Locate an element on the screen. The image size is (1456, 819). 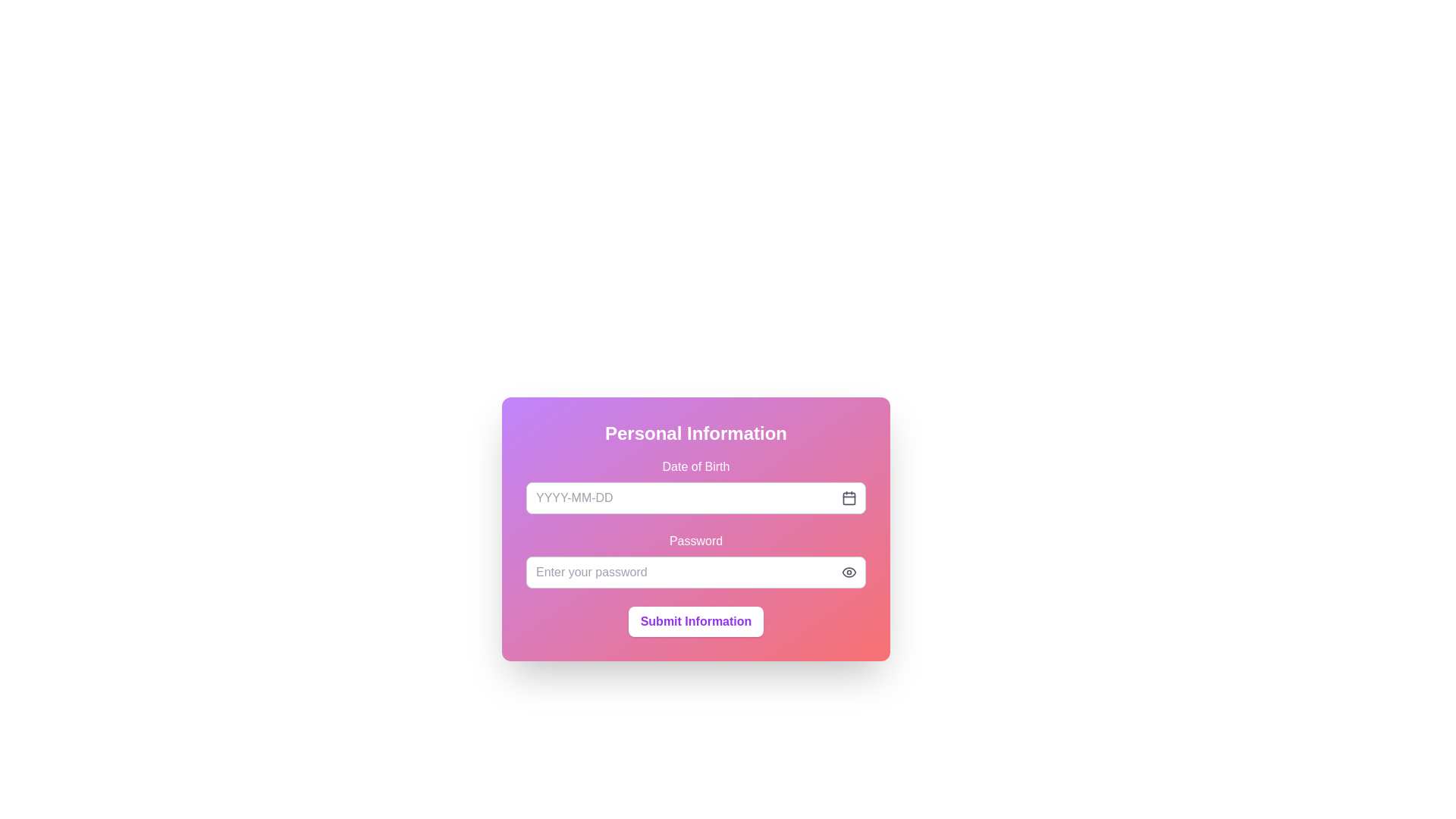
the calendar icon (SVG Icon) located inside the 'Date of Birth' input field at the top of the form is located at coordinates (848, 497).